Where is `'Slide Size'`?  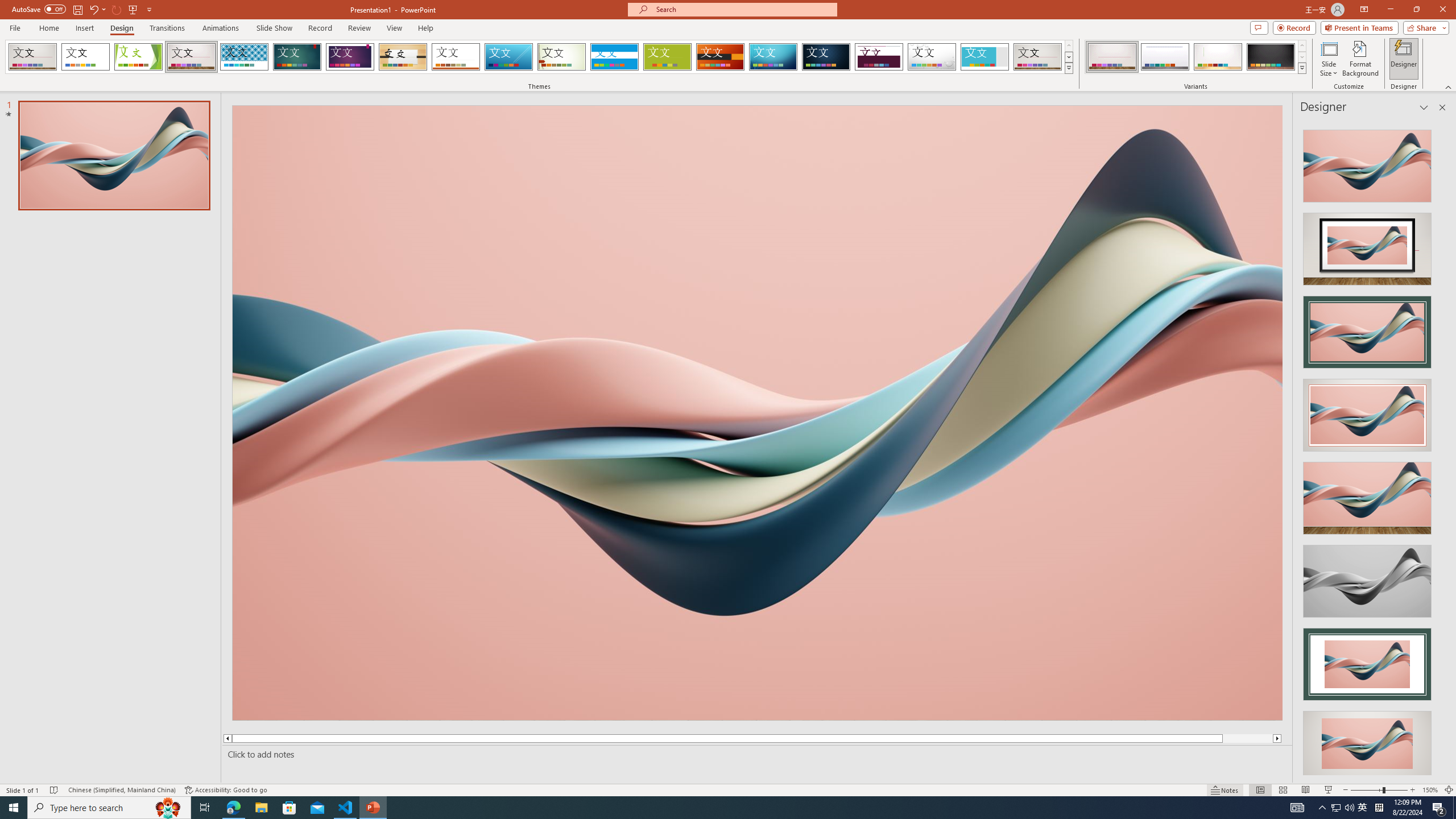 'Slide Size' is located at coordinates (1329, 59).